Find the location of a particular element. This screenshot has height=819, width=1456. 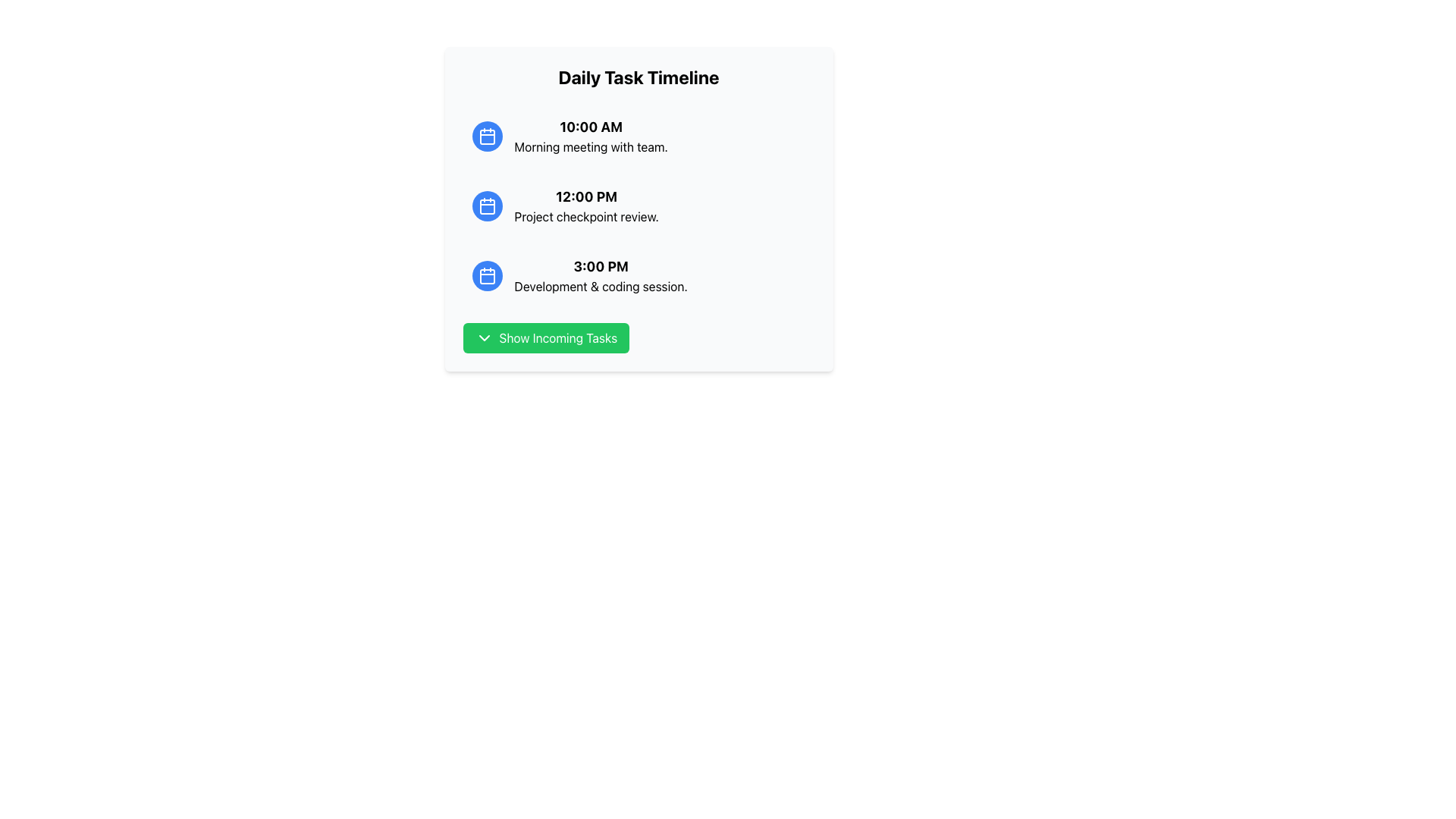

time information from the text label indicating '12:00 PM', which is located in the second task entry of the task list, positioned between '10:00 AM' and '3:00 PM' is located at coordinates (585, 196).